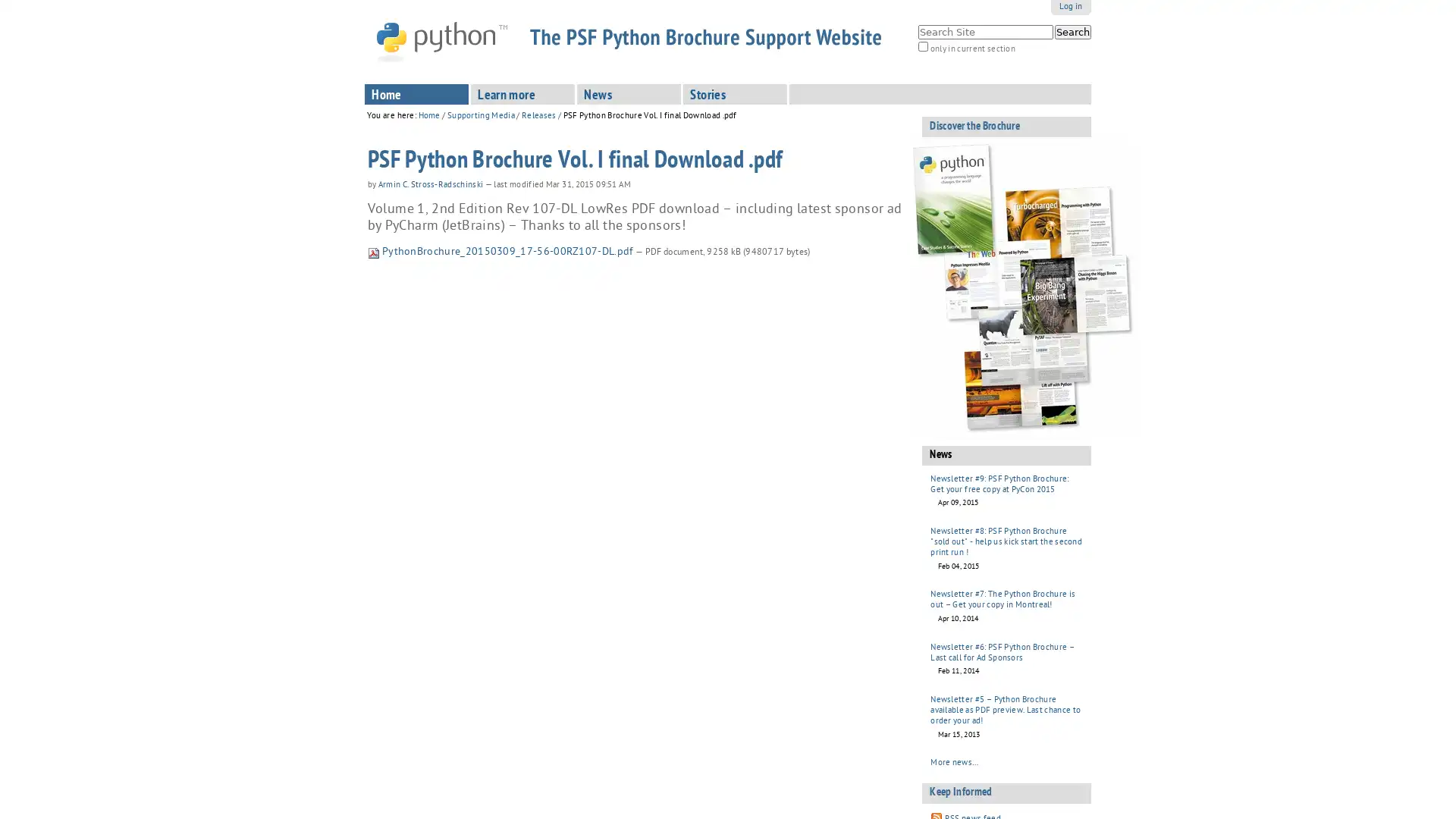 The height and width of the screenshot is (819, 1456). I want to click on Search, so click(1072, 32).